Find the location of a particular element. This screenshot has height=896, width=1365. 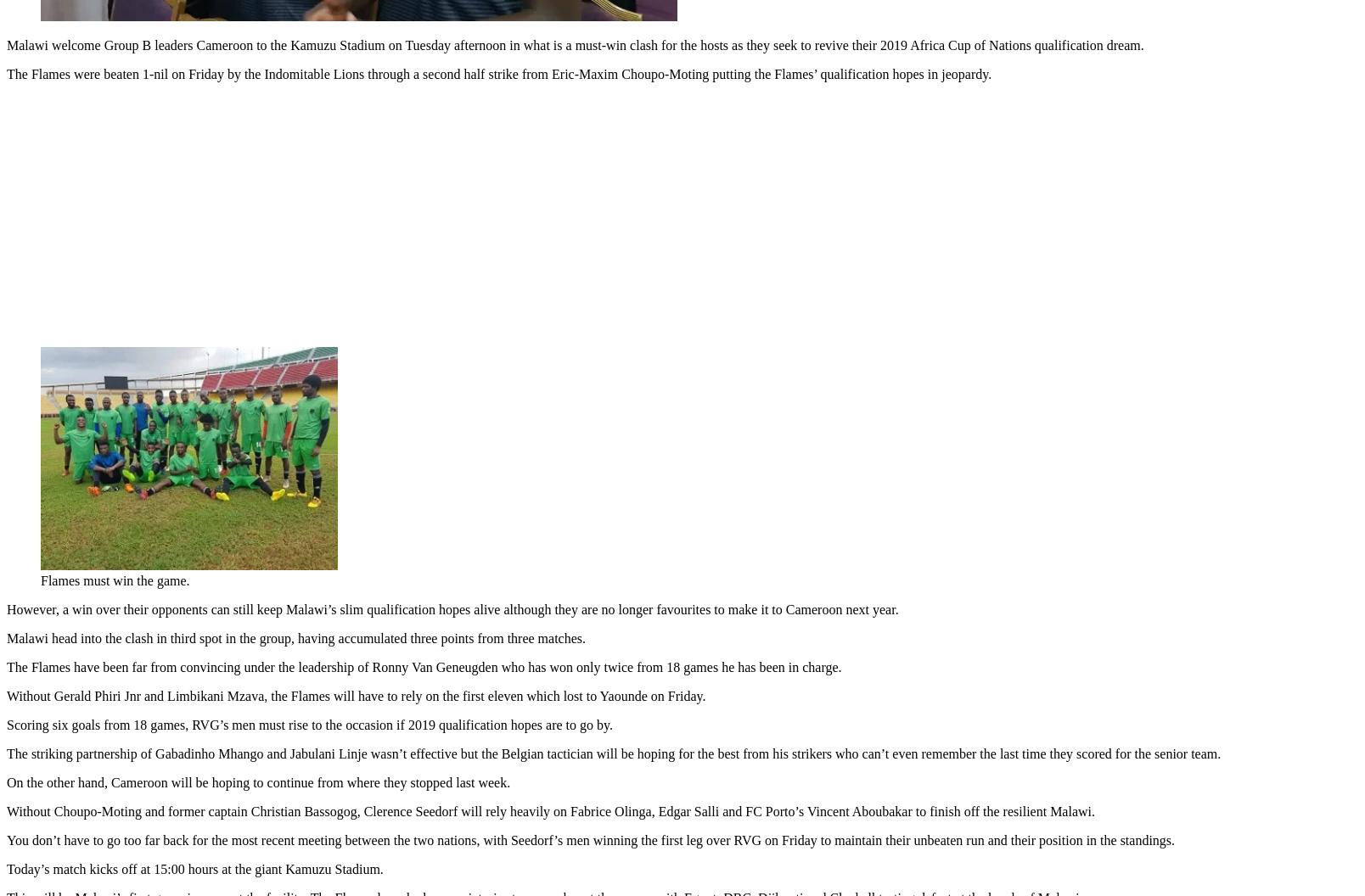

'However, a win over their opponents can still keep Malawi’s slim qualification hopes alive although they are no longer favourites to make it to Cameroon next year.' is located at coordinates (452, 606).